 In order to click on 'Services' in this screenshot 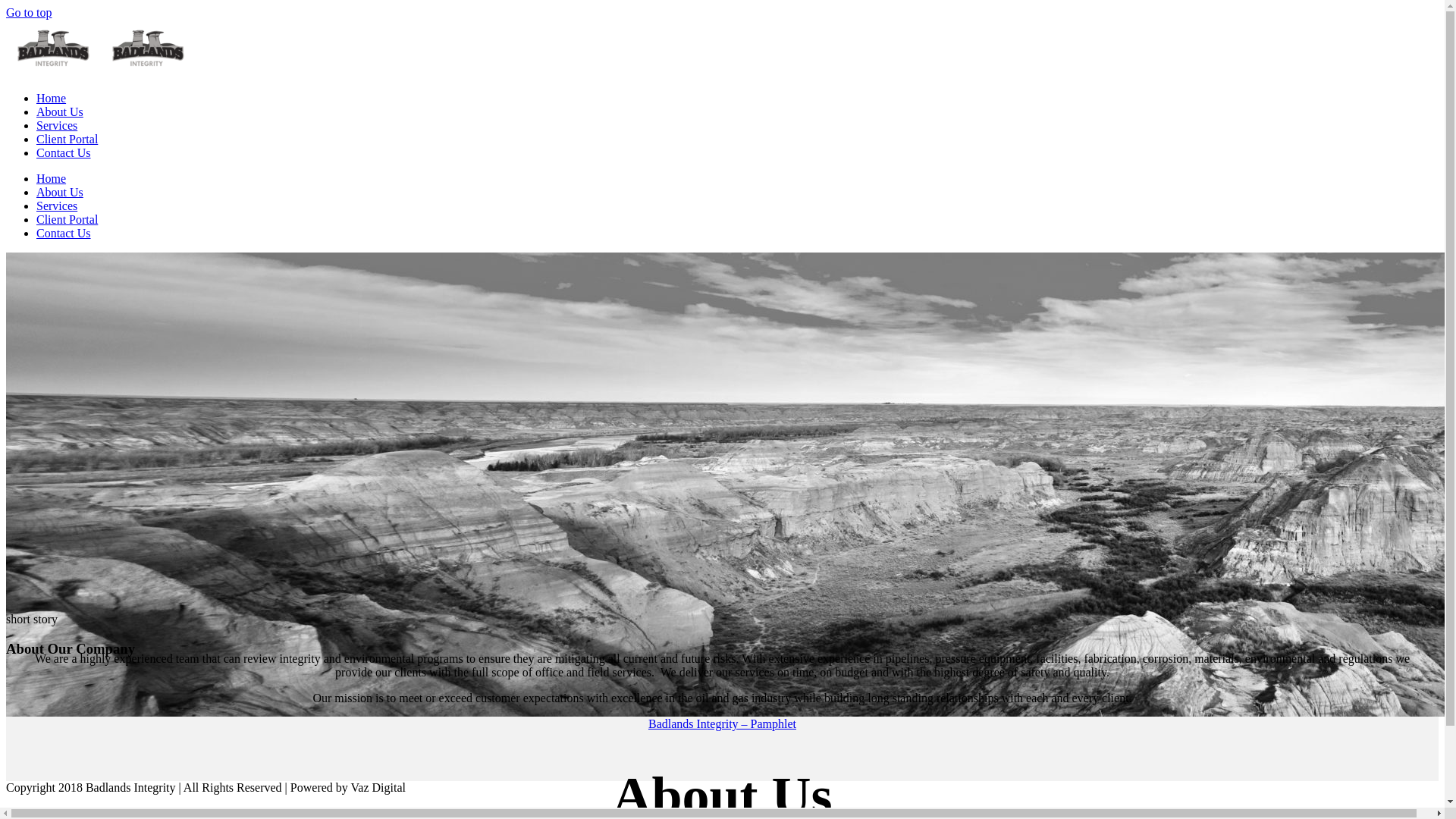, I will do `click(57, 124)`.